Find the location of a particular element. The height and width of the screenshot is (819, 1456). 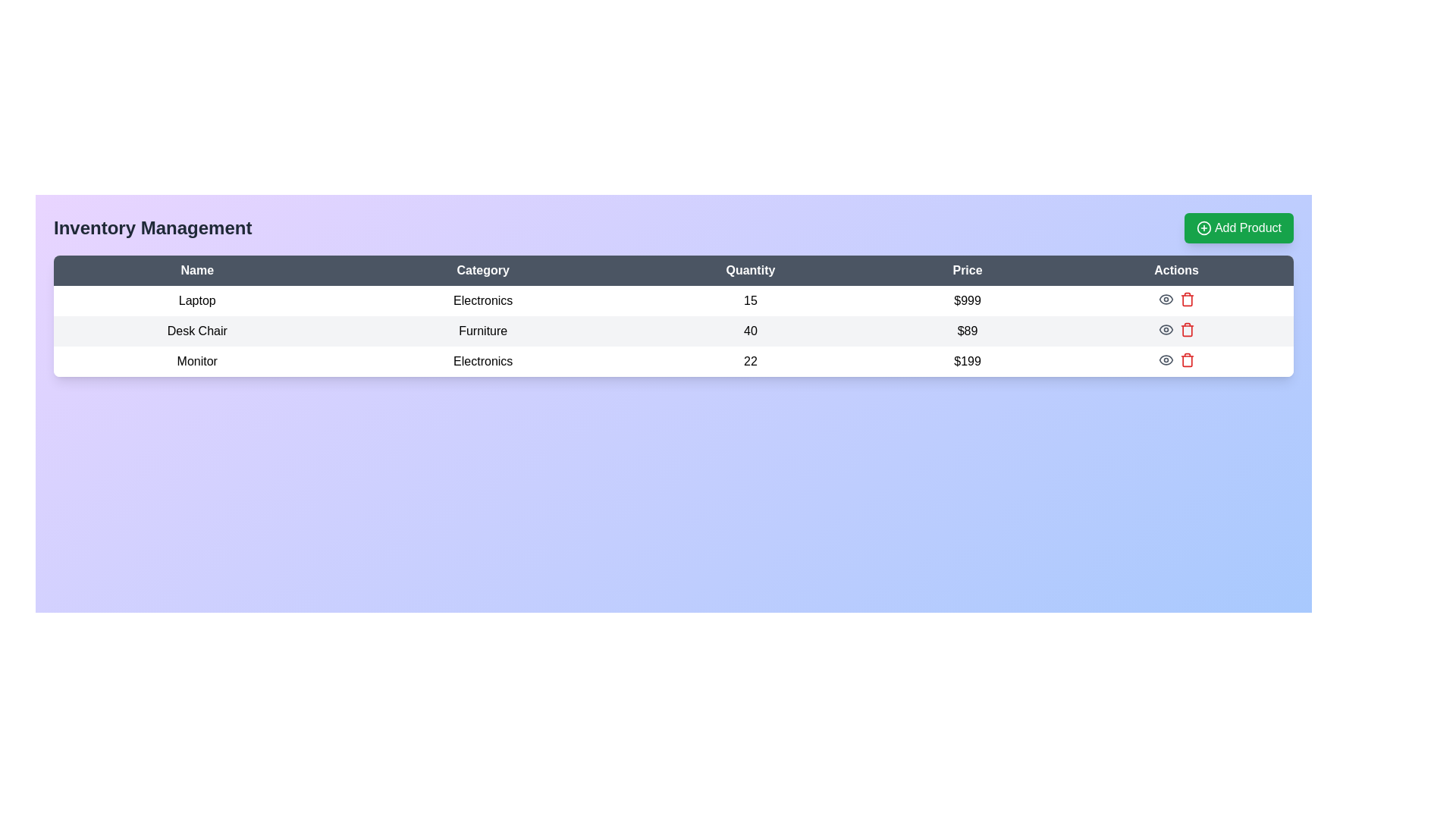

the trash can icon in the 'Actions' column, specifically the third icon down associated with the 'Monitor' row is located at coordinates (1186, 361).